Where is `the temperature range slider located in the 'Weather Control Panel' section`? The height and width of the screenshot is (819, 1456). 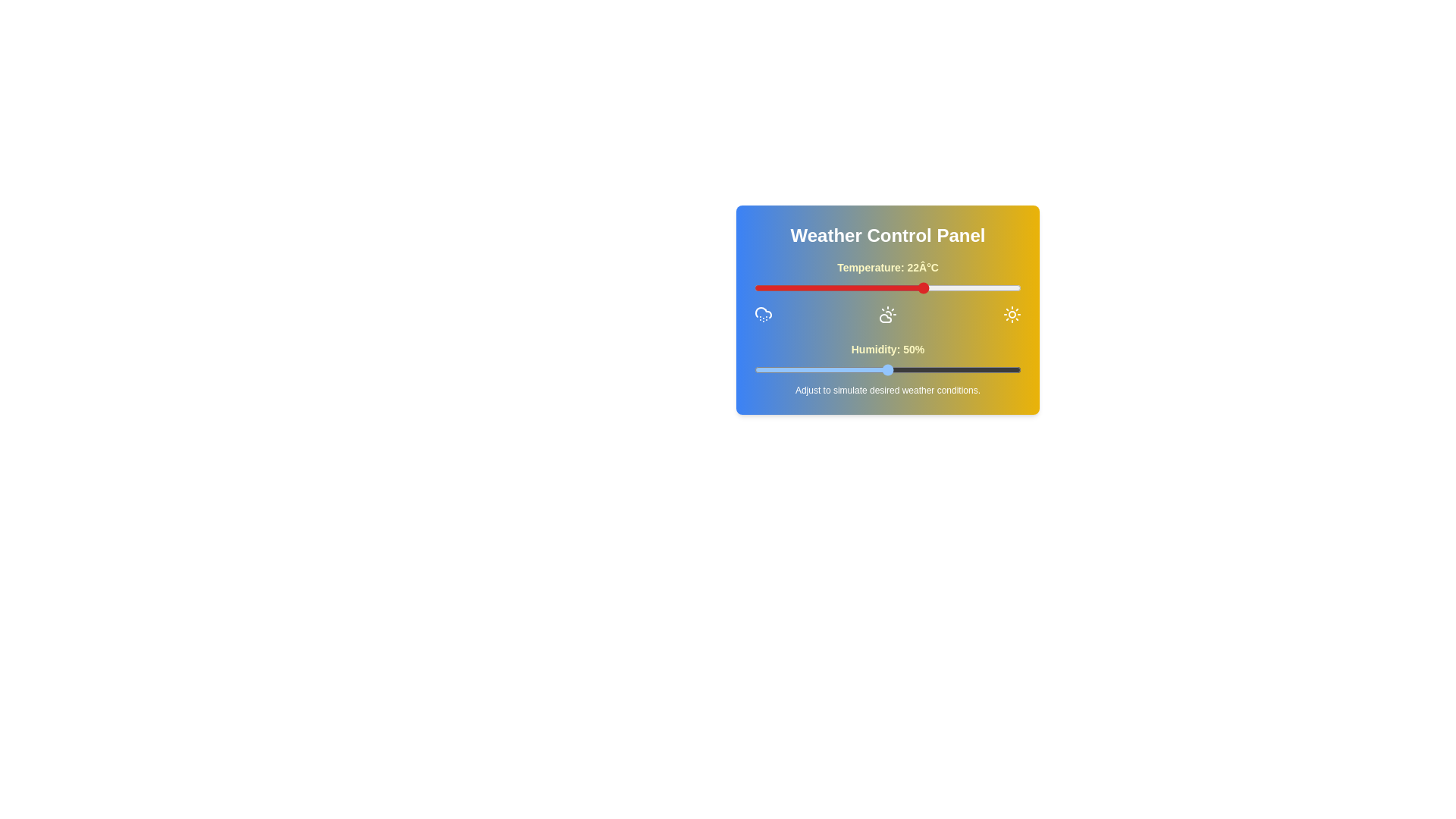 the temperature range slider located in the 'Weather Control Panel' section is located at coordinates (888, 292).